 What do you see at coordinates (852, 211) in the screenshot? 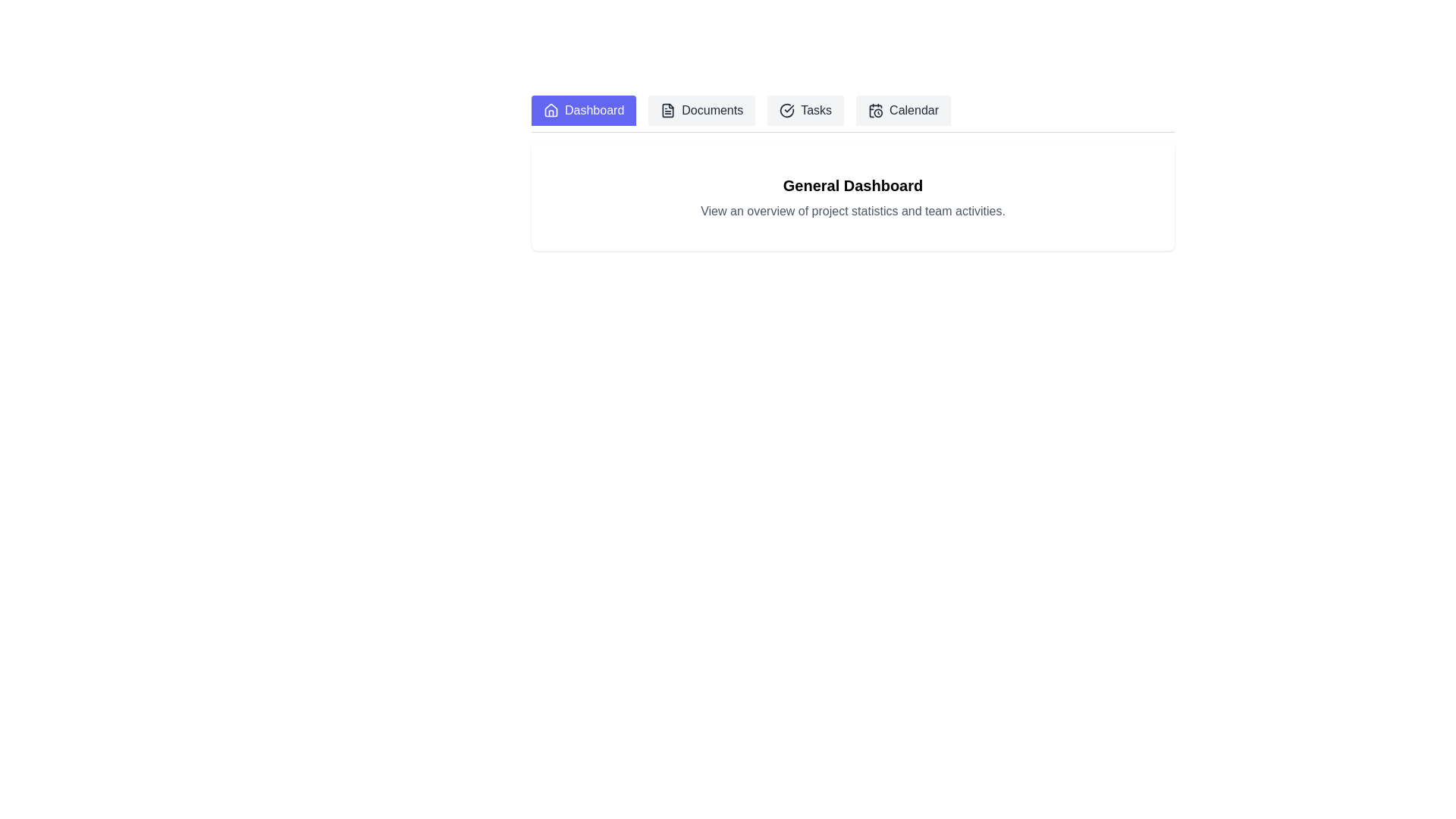
I see `the static text component that provides an overview of the 'General Dashboard' section, located below the heading 'General Dashboard'` at bounding box center [852, 211].